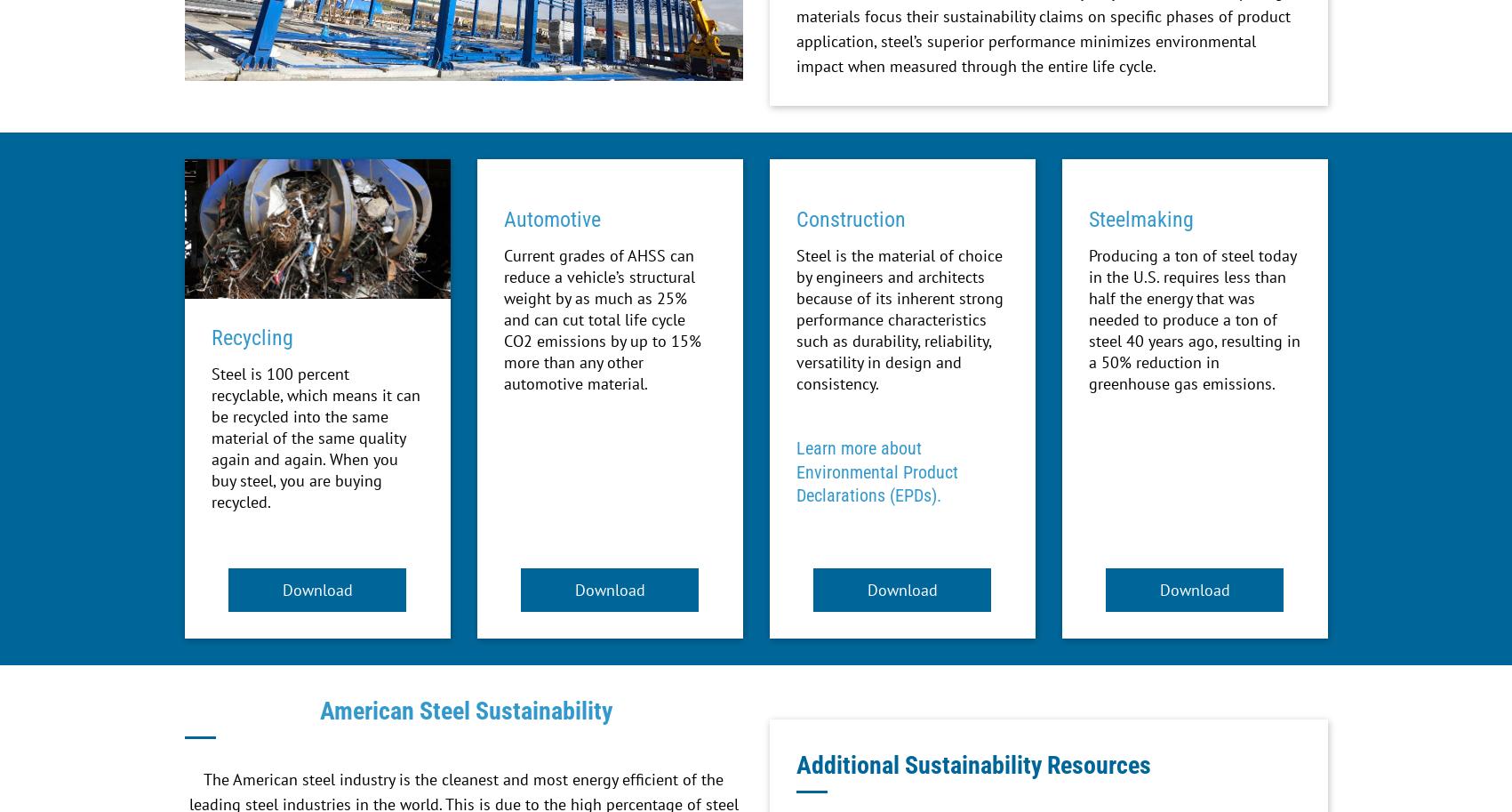 The width and height of the screenshot is (1512, 812). I want to click on 'Steel is the material of choice by engineers and architects because of its inherent strong performance characteristics such as durability, reliability, versatility in design and consistency.', so click(899, 318).